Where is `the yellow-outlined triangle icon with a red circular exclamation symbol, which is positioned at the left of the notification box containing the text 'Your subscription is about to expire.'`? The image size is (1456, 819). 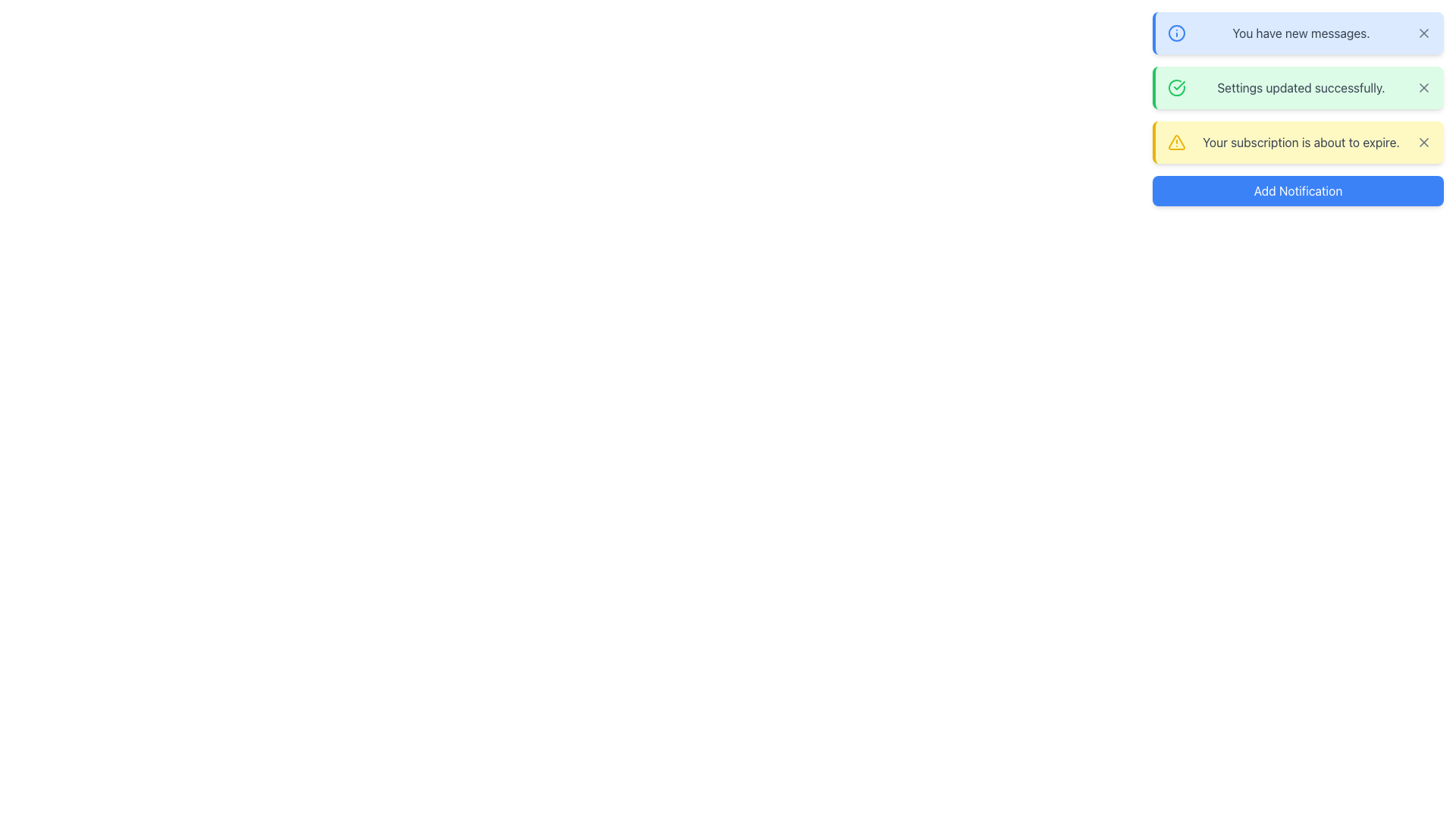 the yellow-outlined triangle icon with a red circular exclamation symbol, which is positioned at the left of the notification box containing the text 'Your subscription is about to expire.' is located at coordinates (1175, 143).